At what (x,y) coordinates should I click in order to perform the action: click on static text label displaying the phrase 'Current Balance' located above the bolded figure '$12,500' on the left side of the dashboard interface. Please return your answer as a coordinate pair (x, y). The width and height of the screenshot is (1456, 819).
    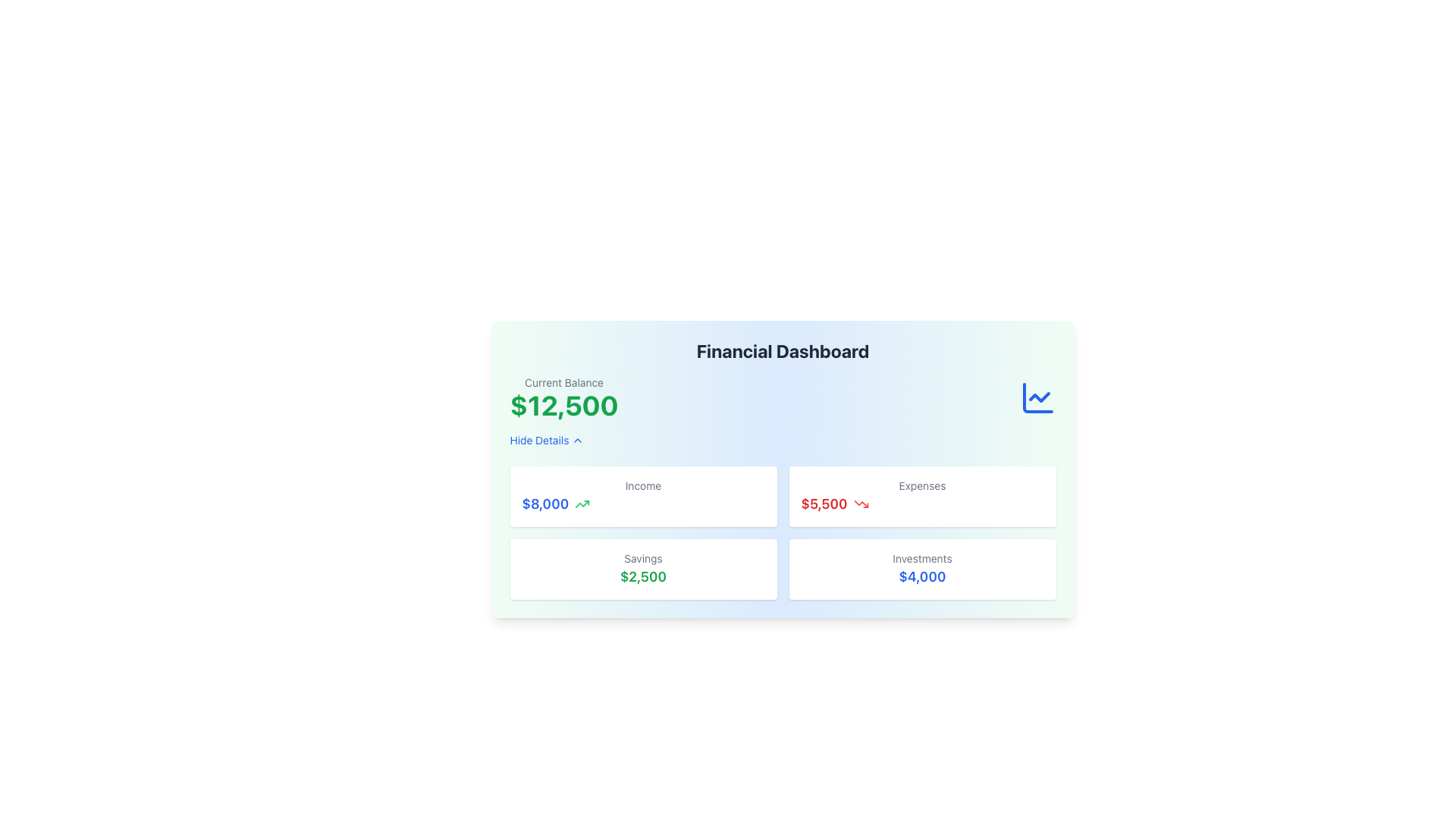
    Looking at the image, I should click on (563, 382).